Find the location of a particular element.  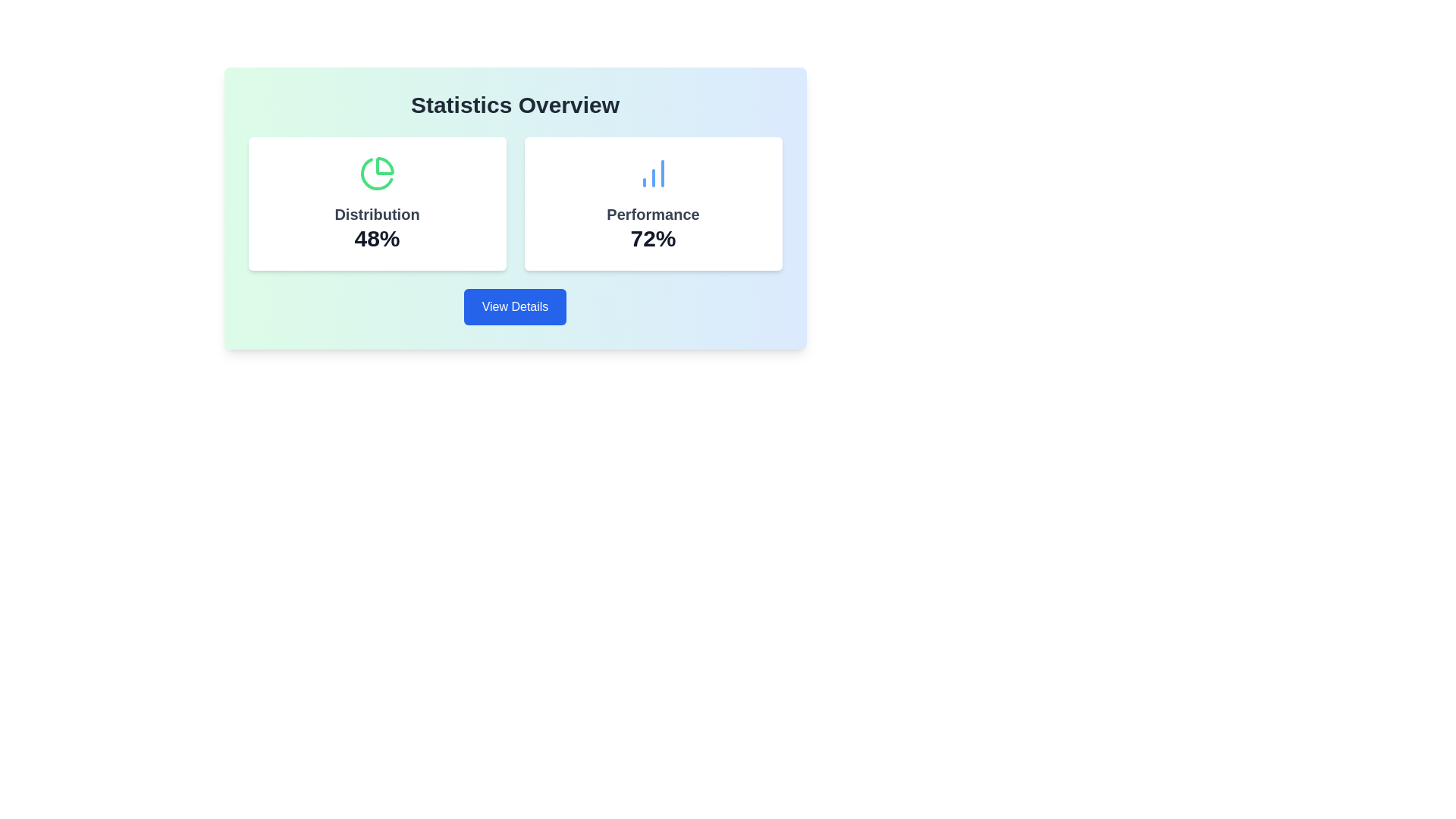

the information displayed as bold text '72%' in the Performance card located on the right side of the interface is located at coordinates (653, 239).